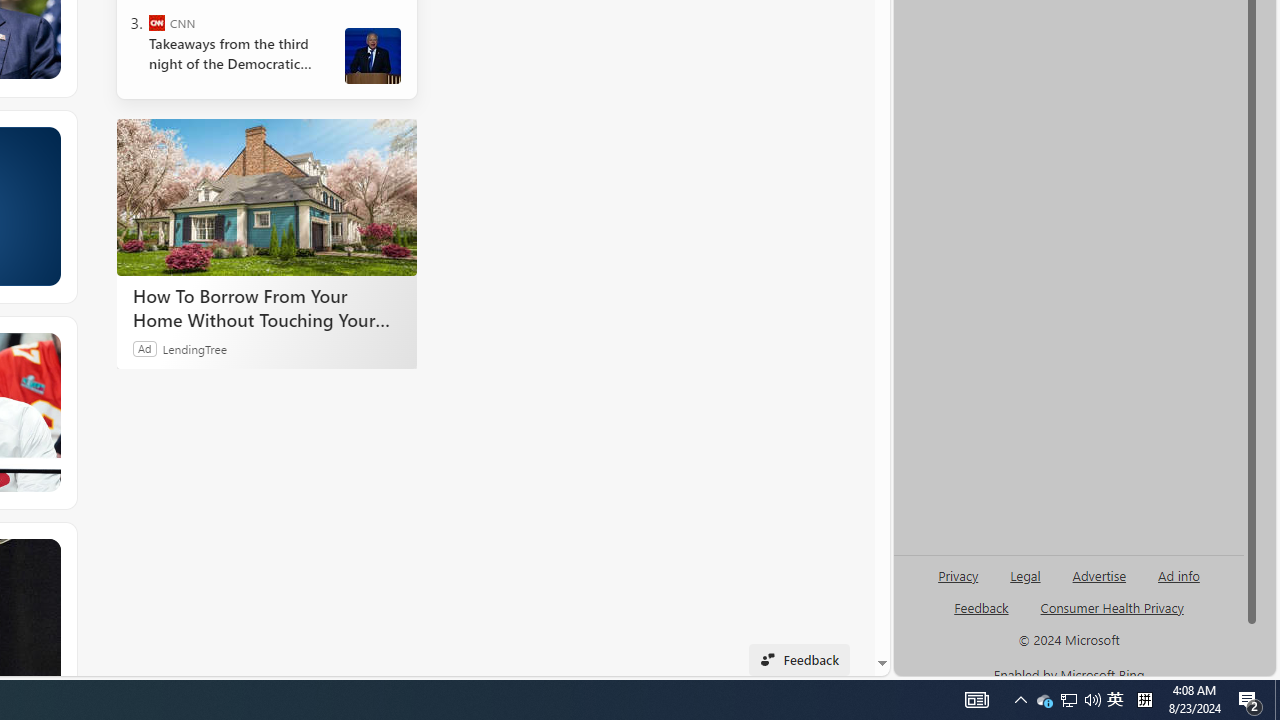 This screenshot has height=720, width=1280. I want to click on 'LendingTree', so click(195, 347).